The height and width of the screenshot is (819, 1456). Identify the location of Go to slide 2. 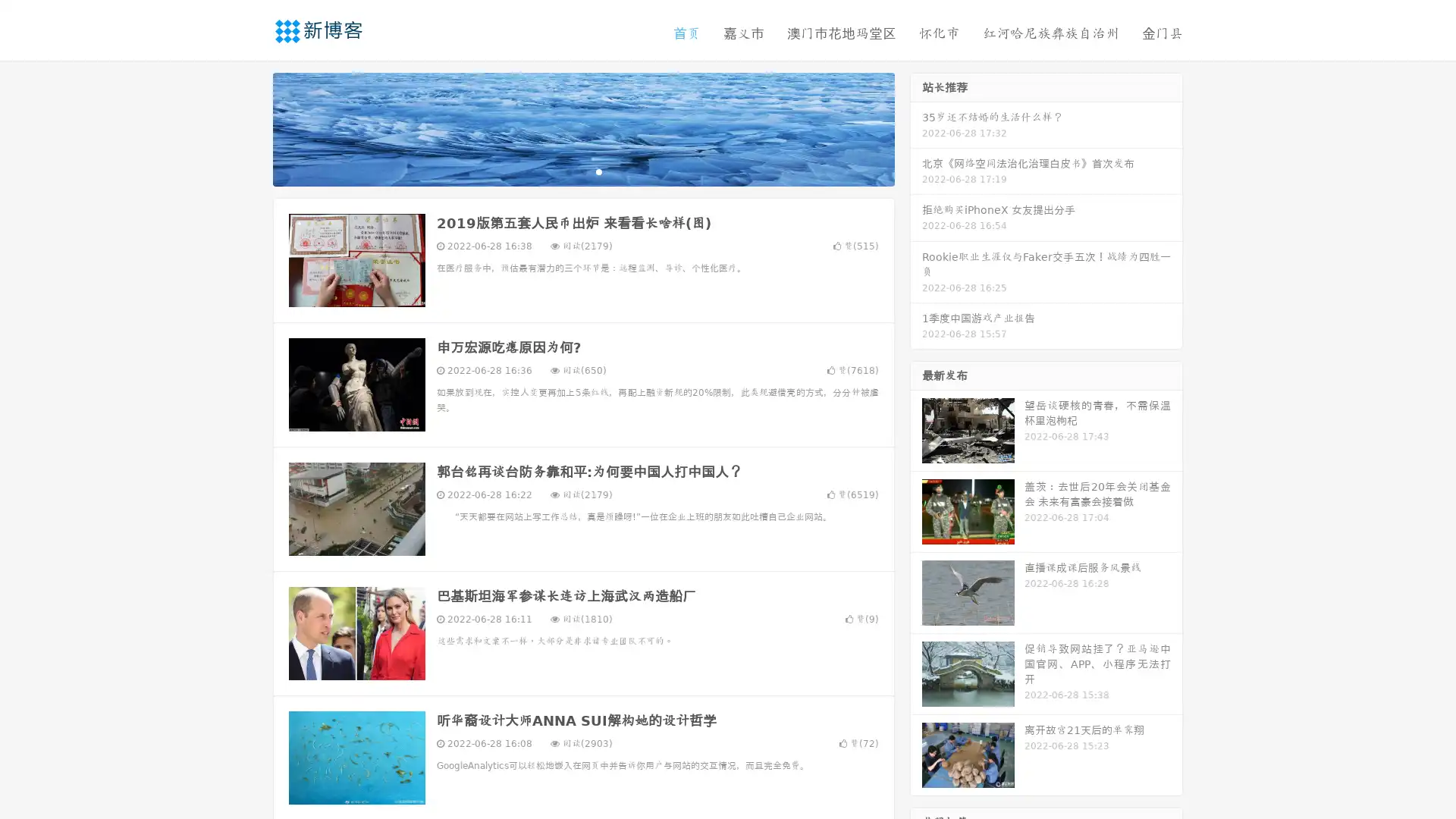
(582, 171).